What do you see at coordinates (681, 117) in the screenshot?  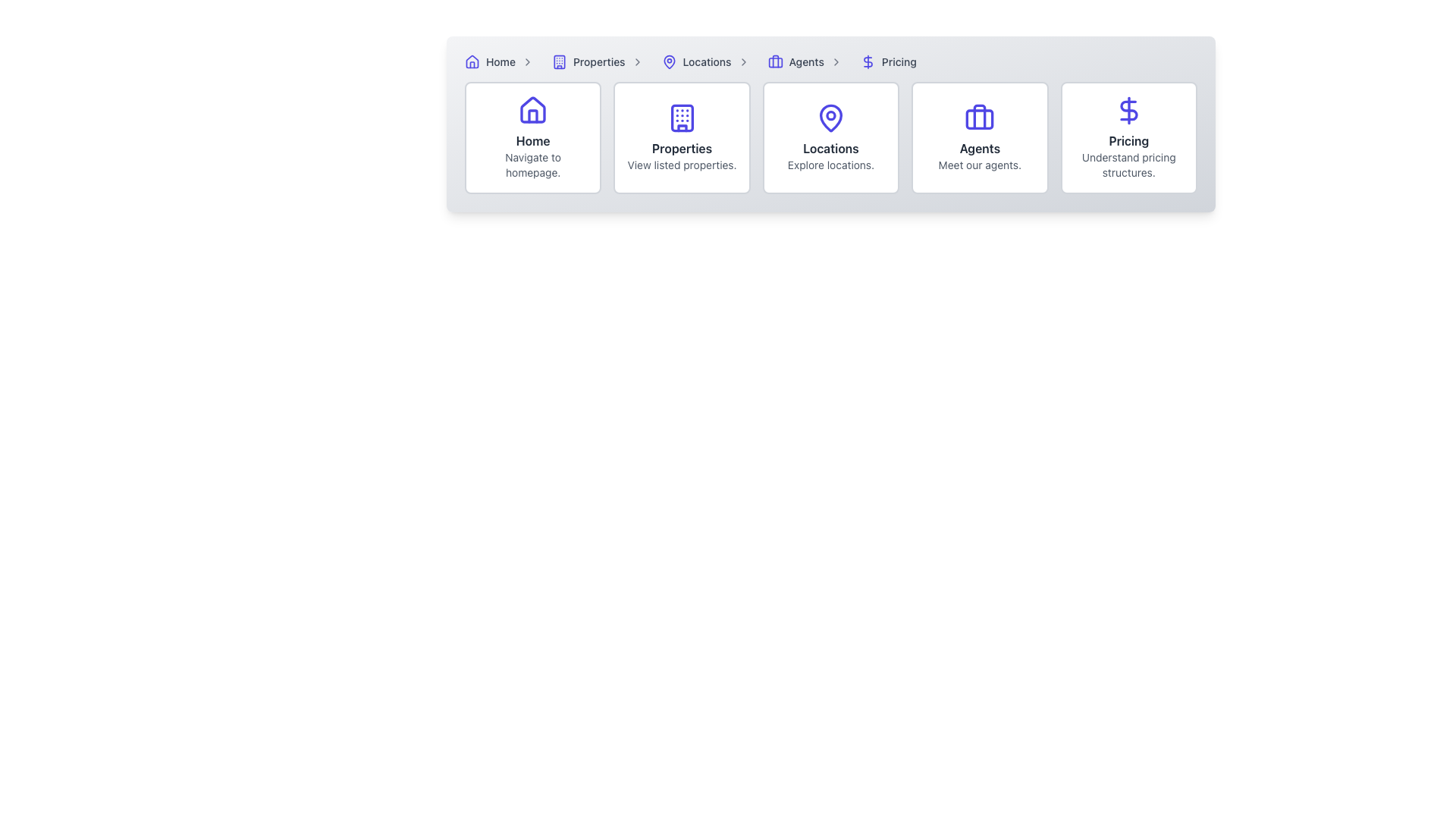 I see `the building icon element located in the navigation bar, which is above the 'Properties' label and symbolizes real estate` at bounding box center [681, 117].